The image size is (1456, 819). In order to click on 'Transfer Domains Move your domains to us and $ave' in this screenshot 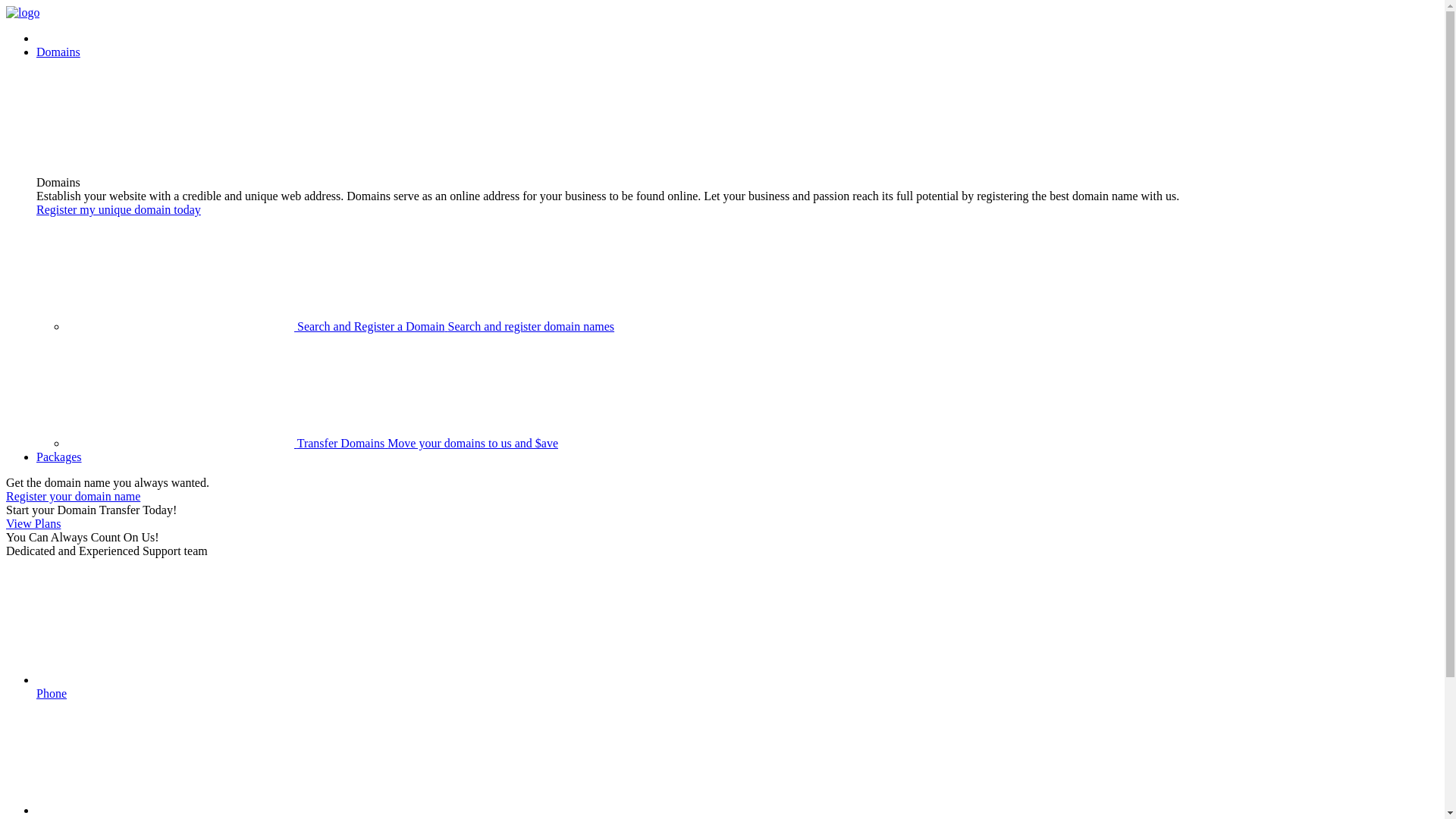, I will do `click(65, 443)`.